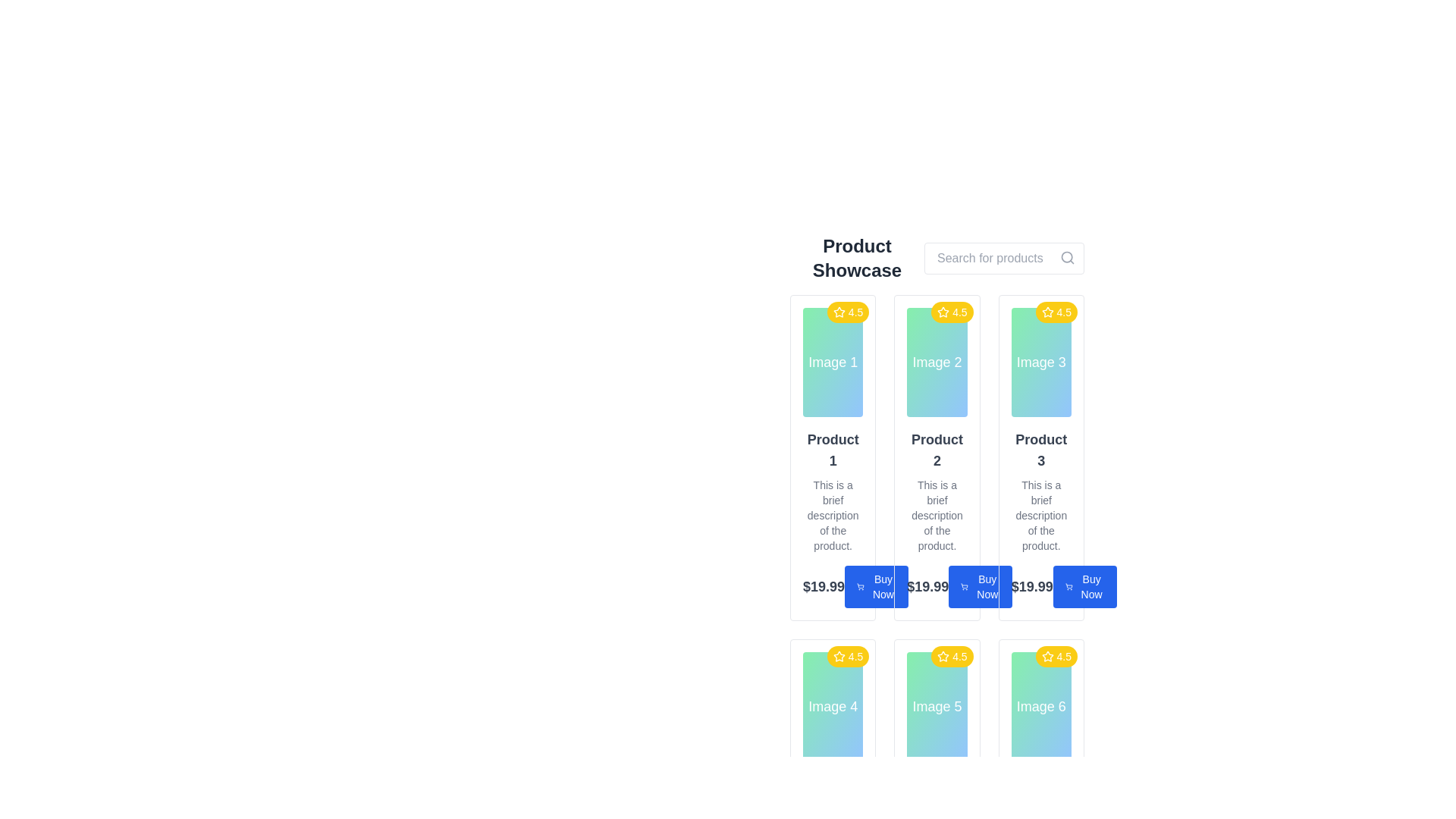 This screenshot has height=819, width=1456. What do you see at coordinates (838, 312) in the screenshot?
I see `the star-shaped icon that indicates the rating for 'Product 1' to potentially interact if enabled` at bounding box center [838, 312].